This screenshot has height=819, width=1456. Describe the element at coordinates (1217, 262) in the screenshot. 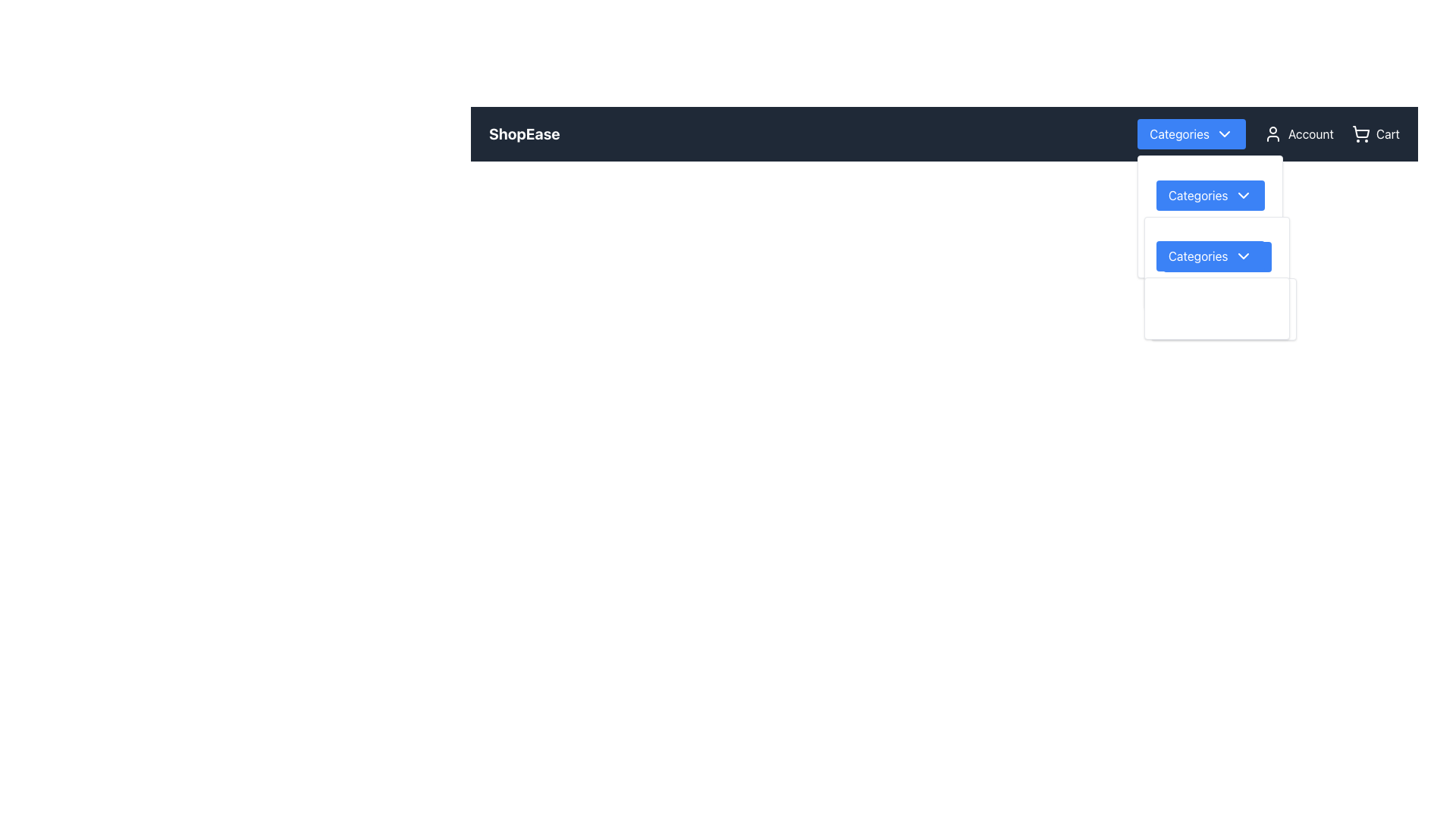

I see `the second 'Categories' dropdown menu button to interact with it` at that location.